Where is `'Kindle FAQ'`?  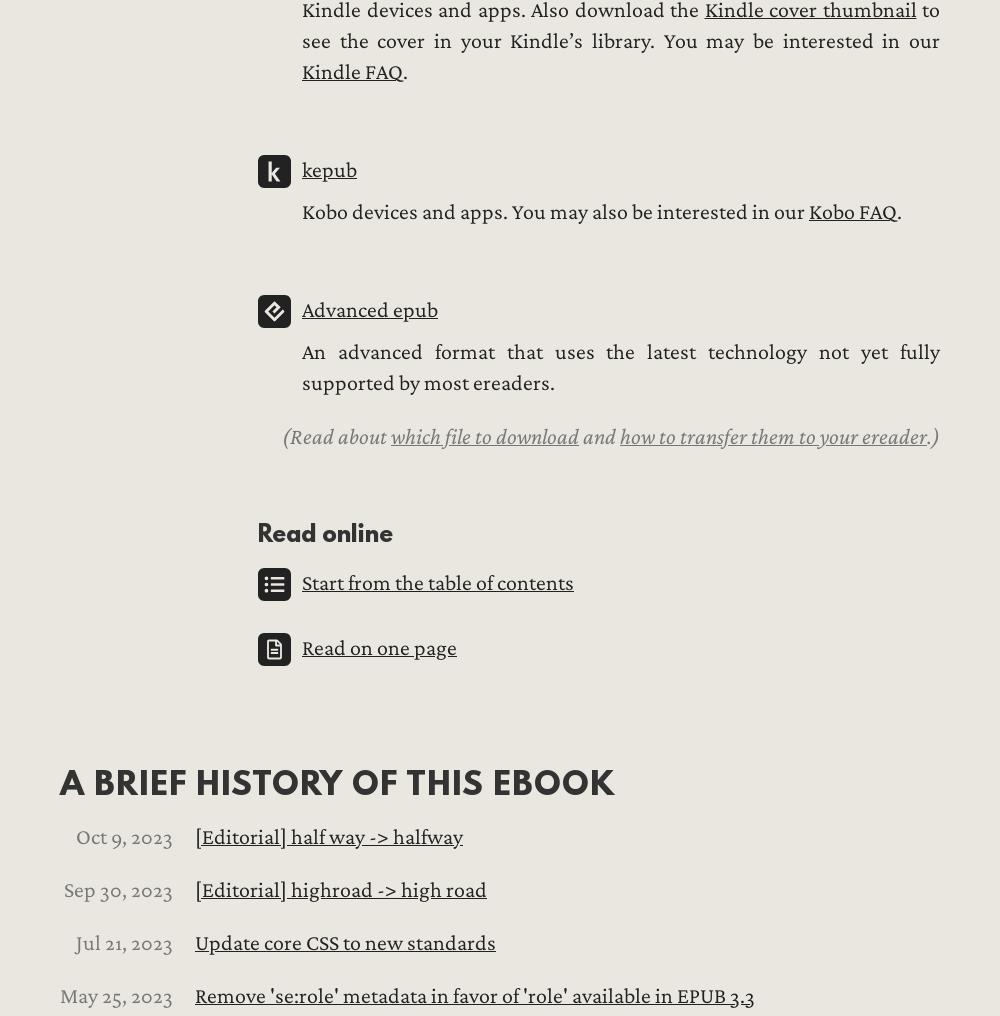
'Kindle FAQ' is located at coordinates (351, 72).